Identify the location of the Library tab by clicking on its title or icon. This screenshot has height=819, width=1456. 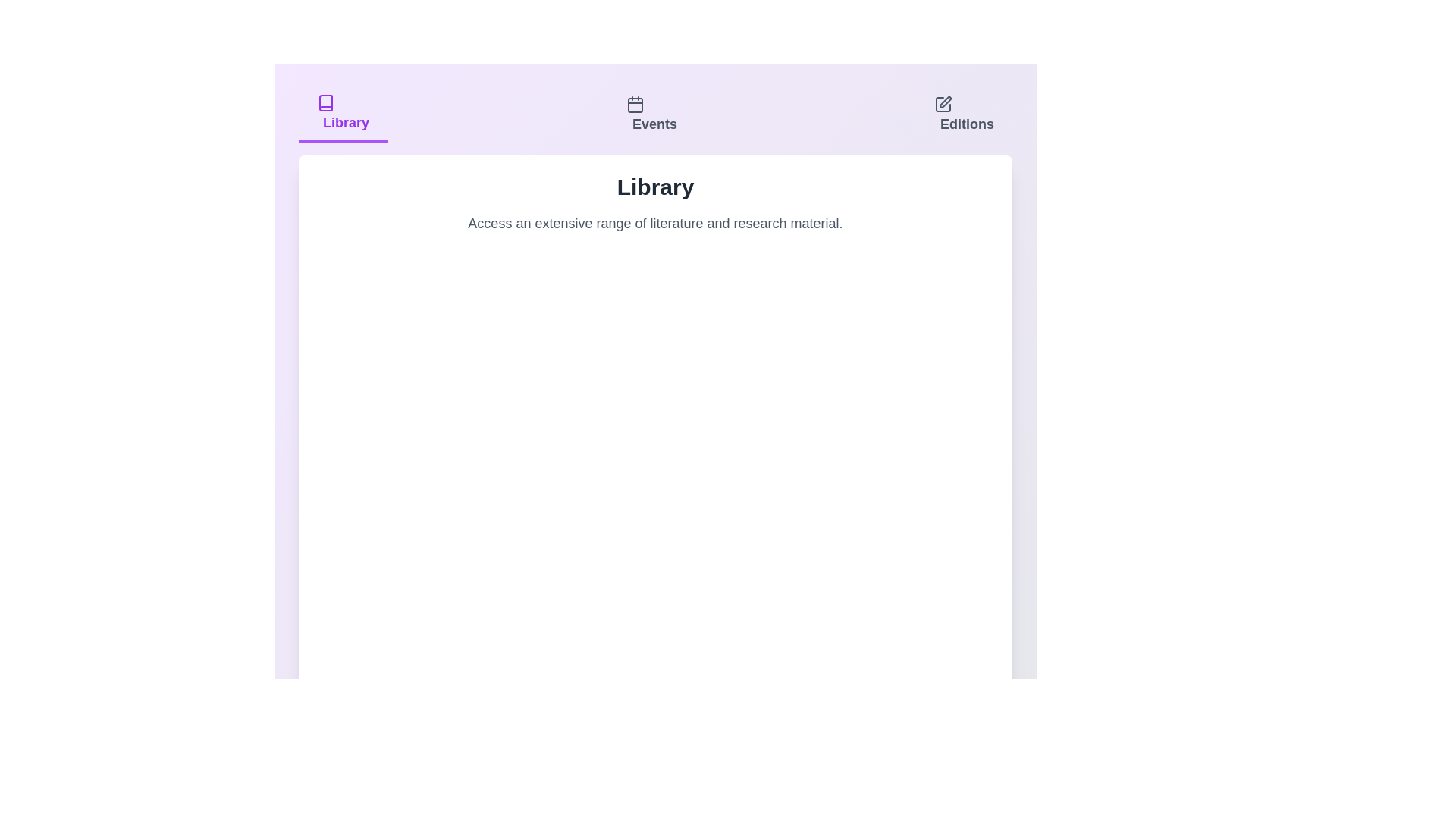
(342, 114).